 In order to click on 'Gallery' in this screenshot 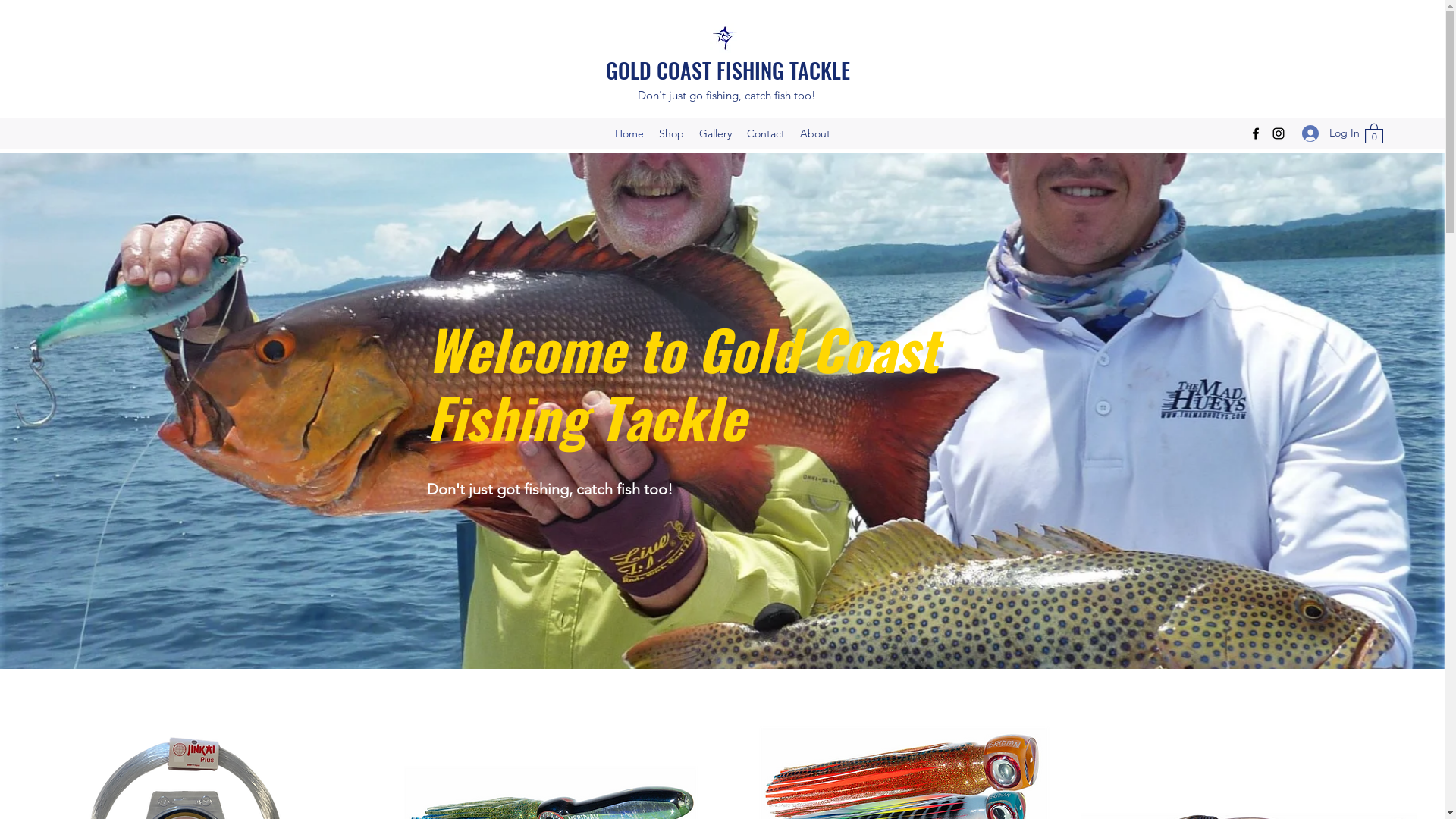, I will do `click(691, 133)`.